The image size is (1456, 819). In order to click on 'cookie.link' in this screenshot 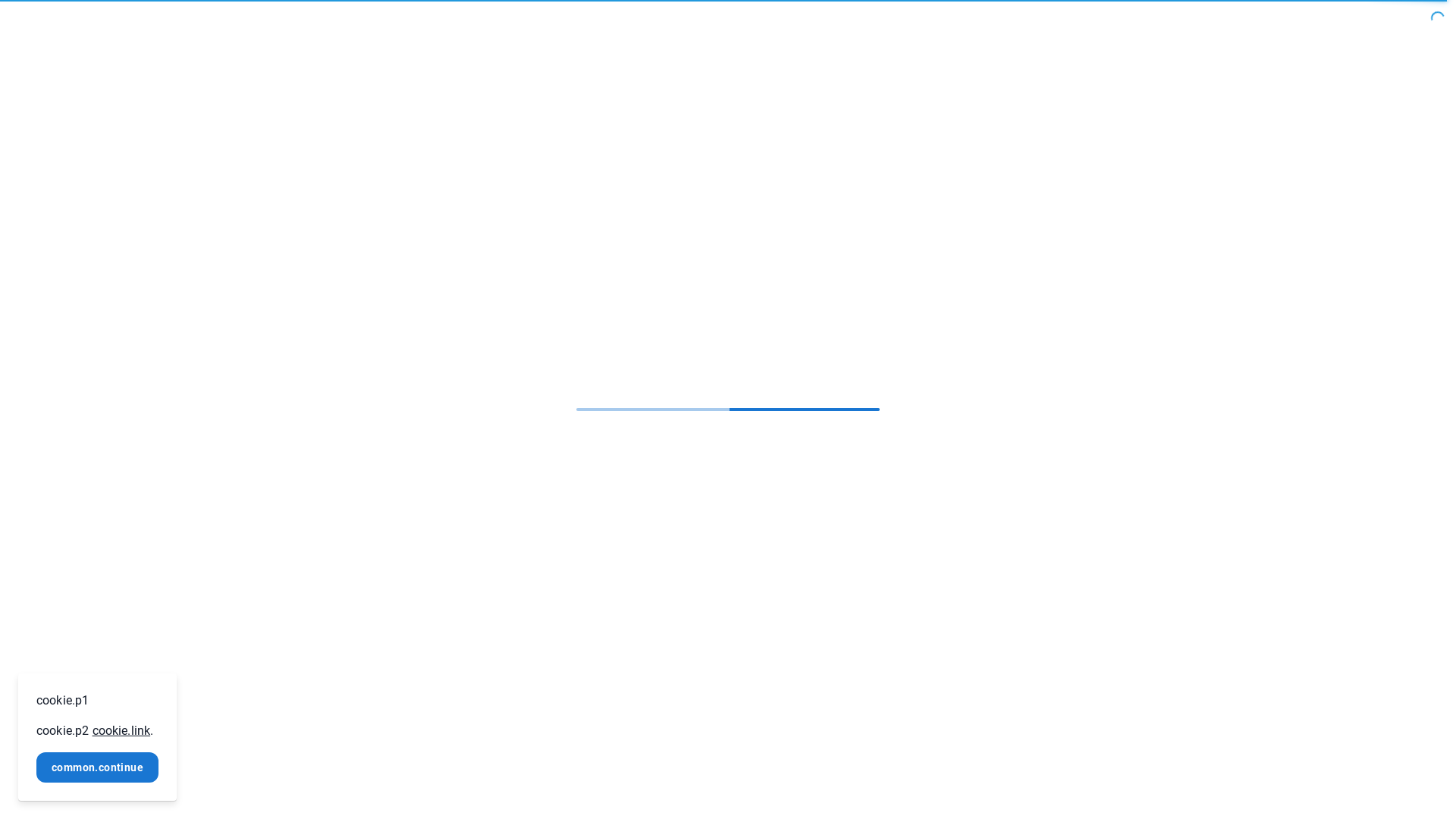, I will do `click(121, 730)`.